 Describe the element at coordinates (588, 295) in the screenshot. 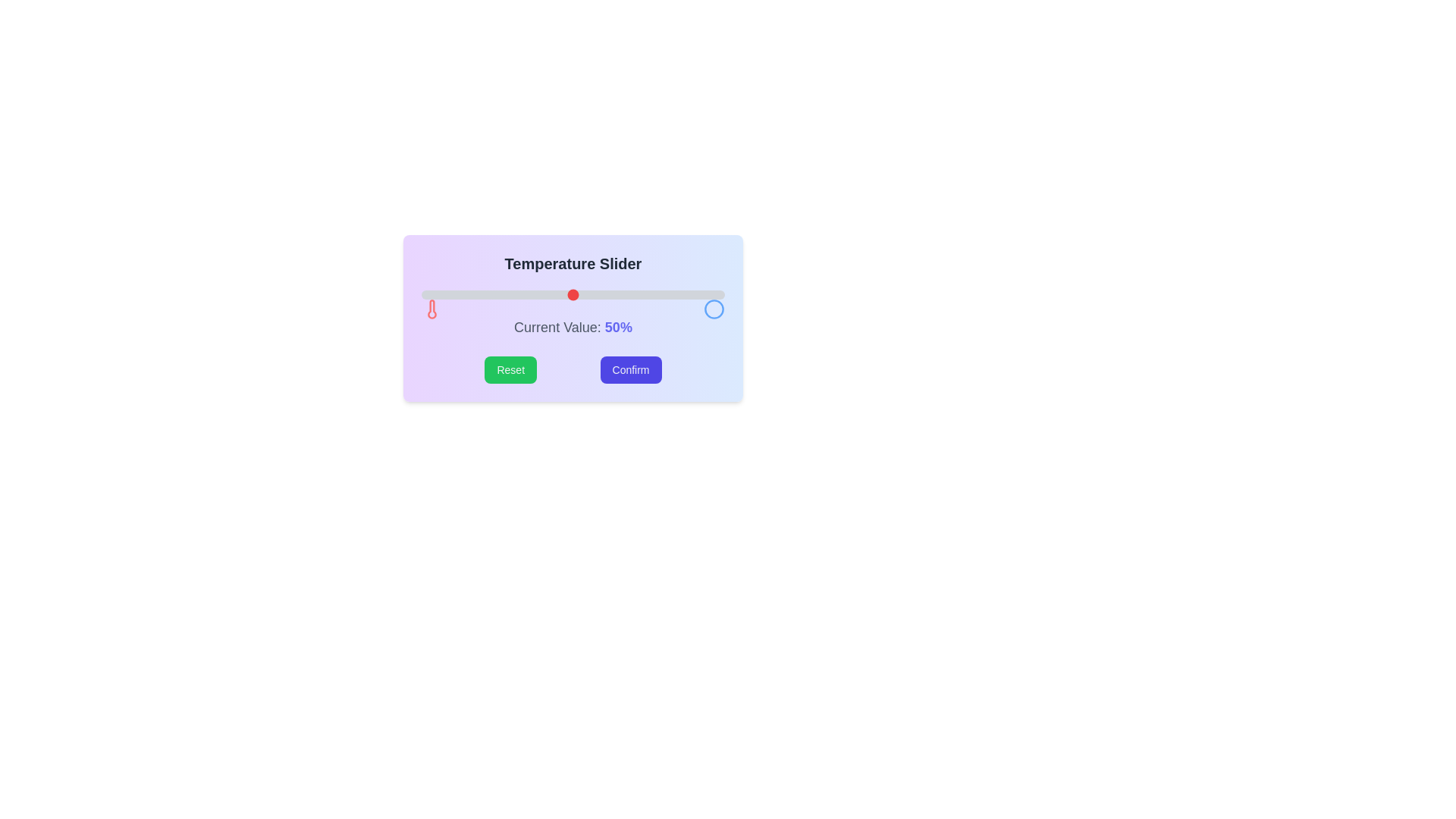

I see `the slider to set the value to 55` at that location.